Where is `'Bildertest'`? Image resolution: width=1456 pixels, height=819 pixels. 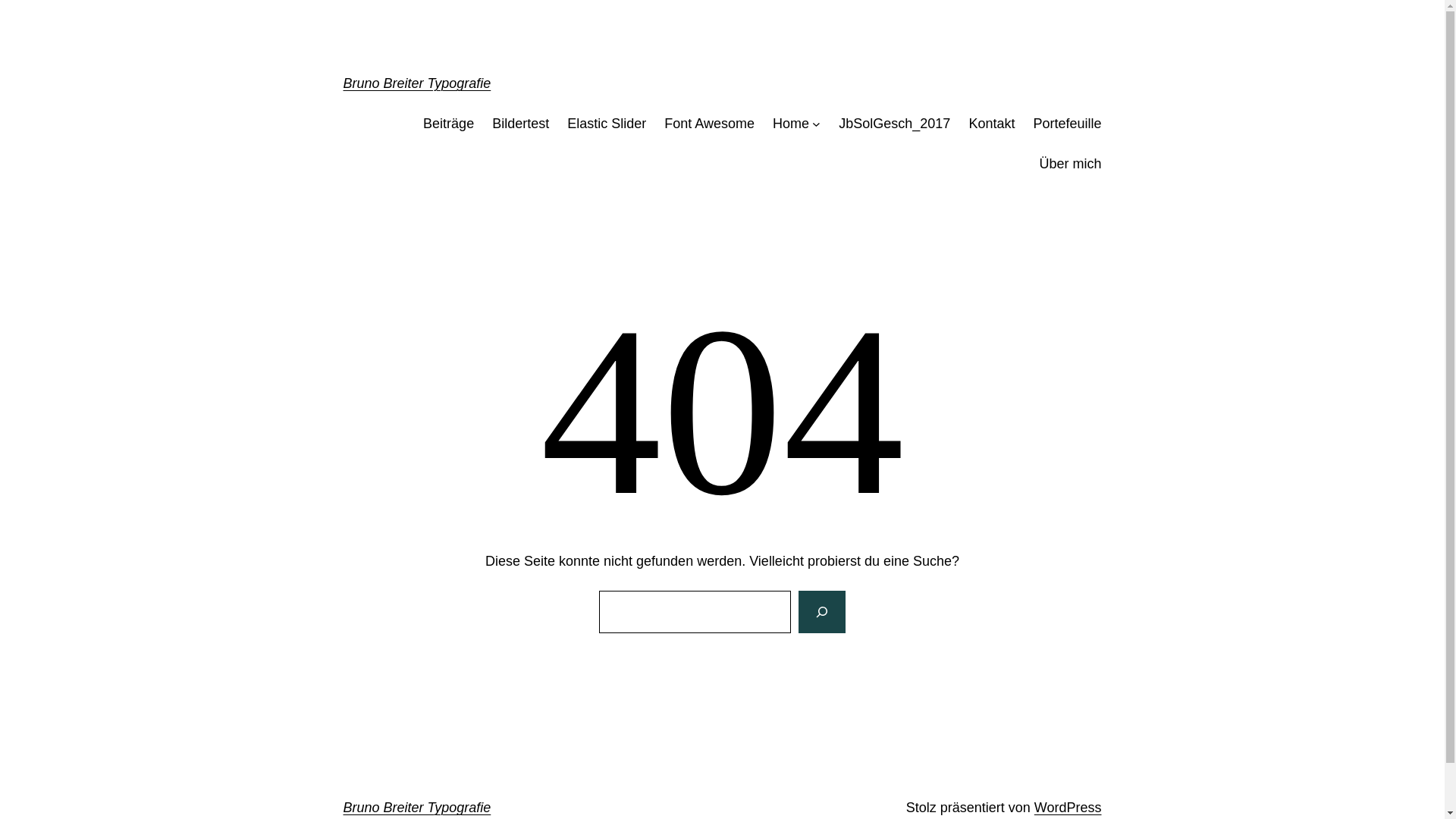 'Bildertest' is located at coordinates (520, 123).